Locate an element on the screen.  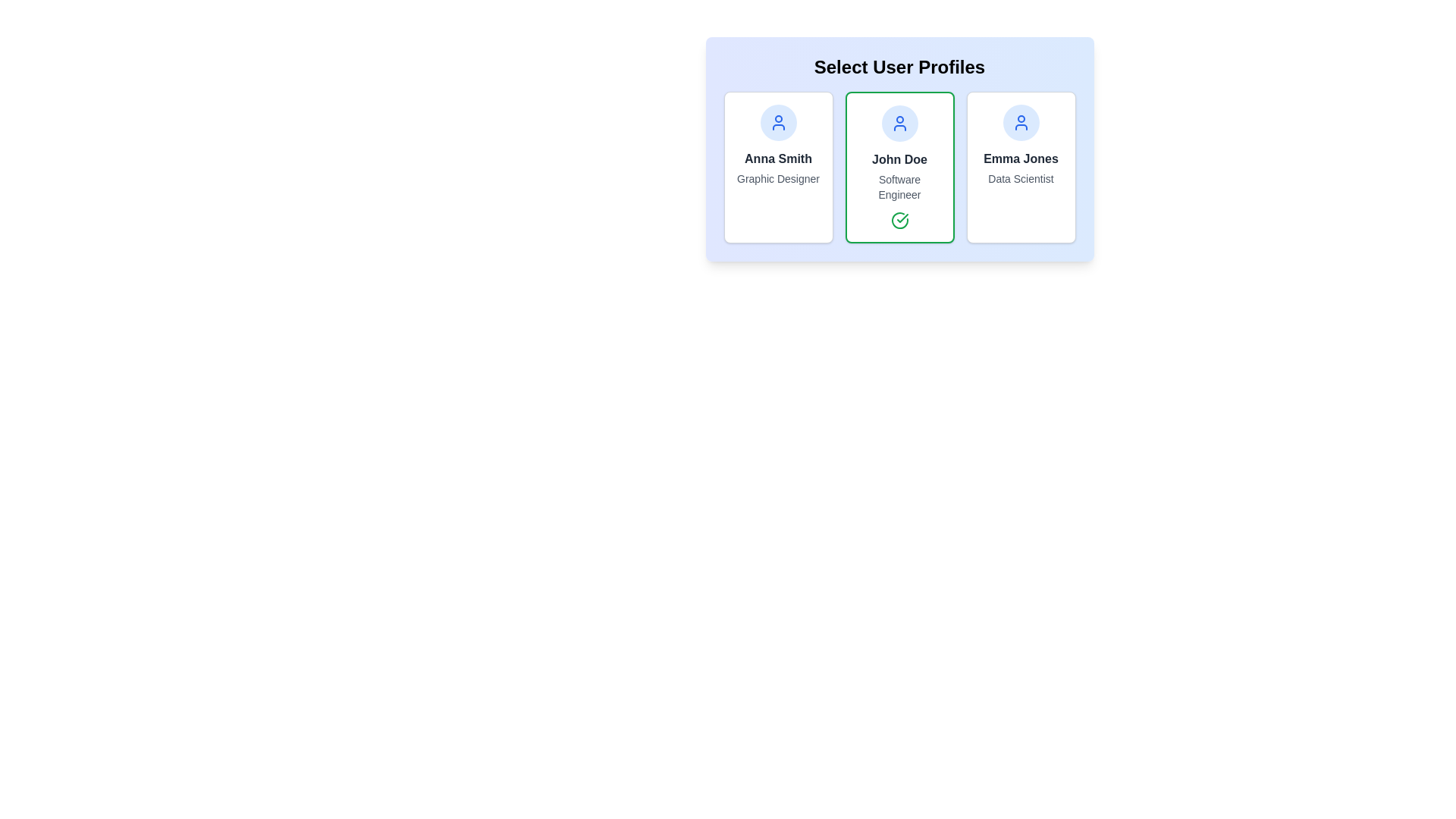
the profile card of Emma Jones to observe its scaling animation is located at coordinates (1021, 167).